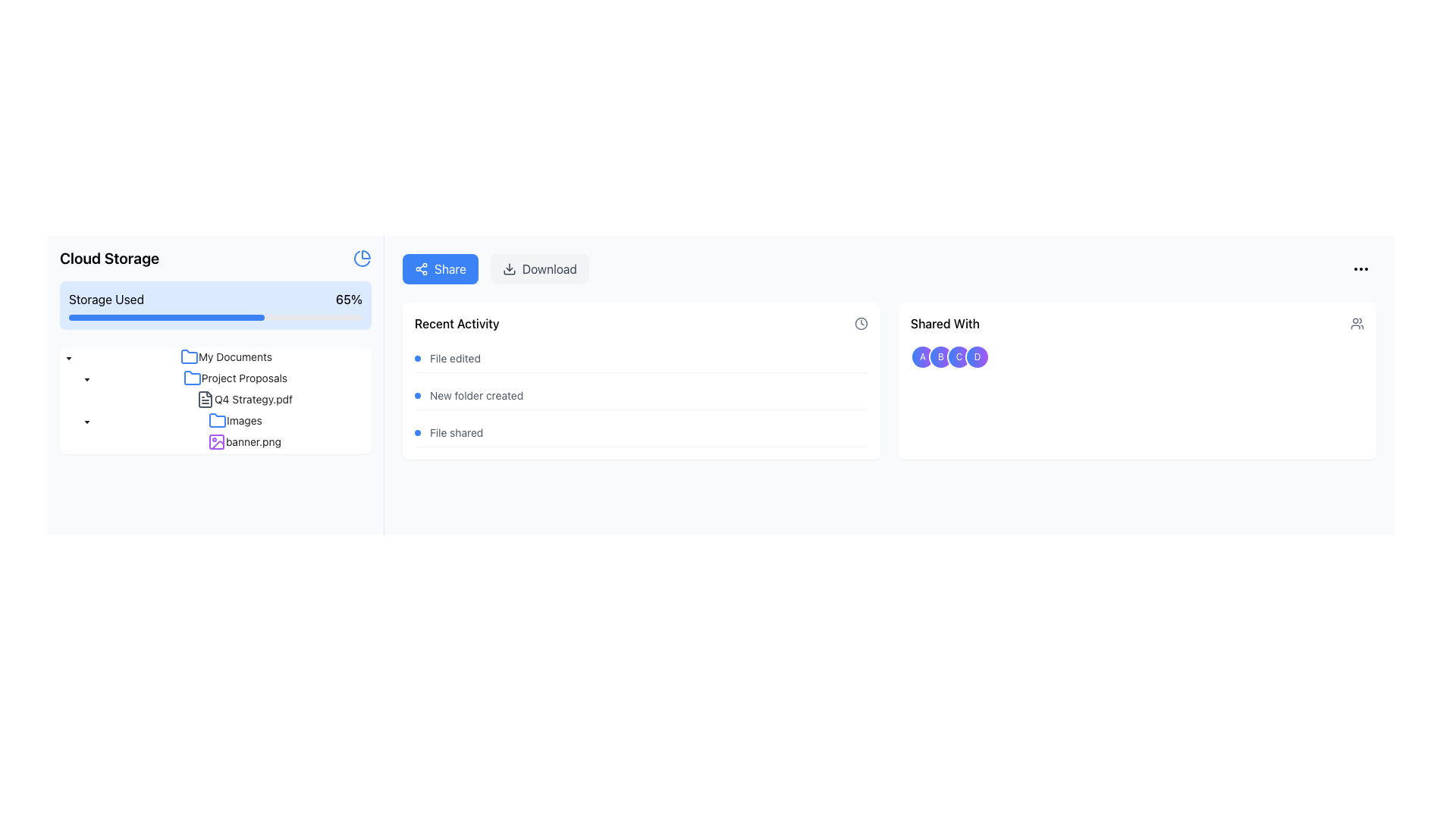 This screenshot has width=1456, height=819. I want to click on the small downward-pointing arrow icon, so click(86, 377).